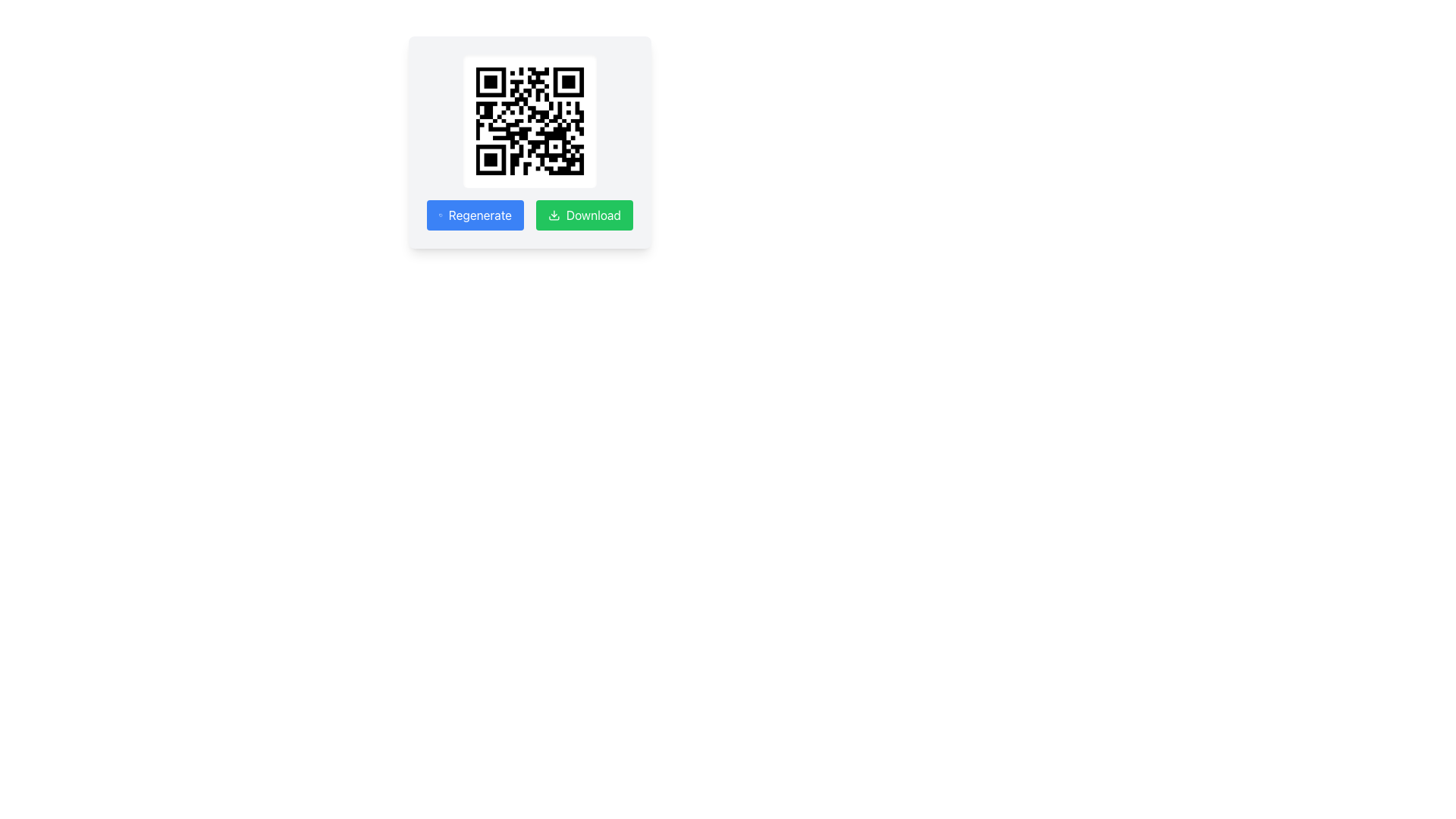  Describe the element at coordinates (553, 215) in the screenshot. I see `the download icon (SVG) located to the left of the 'Download' button in the lower right portion of the interface` at that location.